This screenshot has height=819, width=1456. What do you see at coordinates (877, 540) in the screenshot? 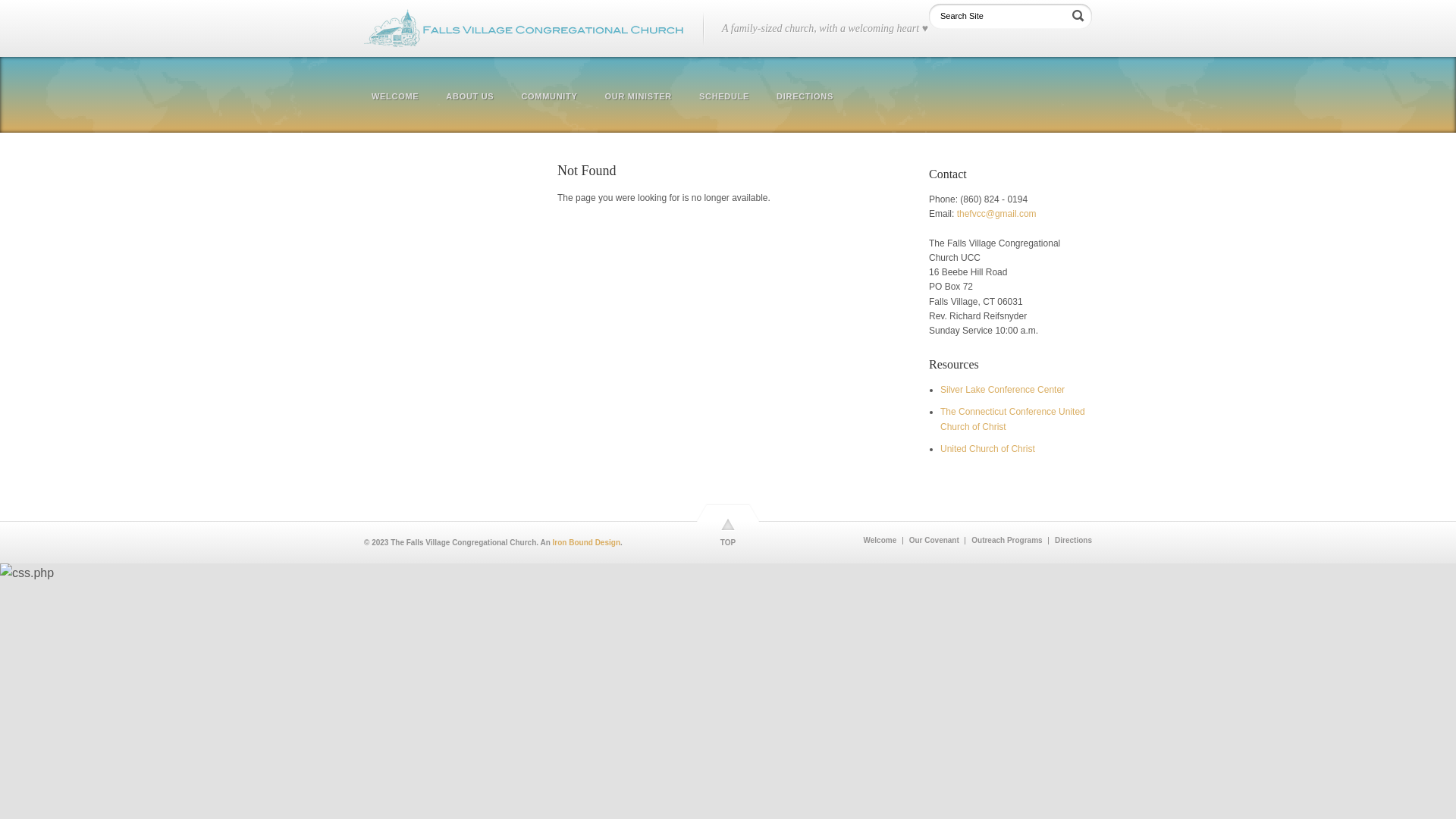
I see `'Welcome'` at bounding box center [877, 540].